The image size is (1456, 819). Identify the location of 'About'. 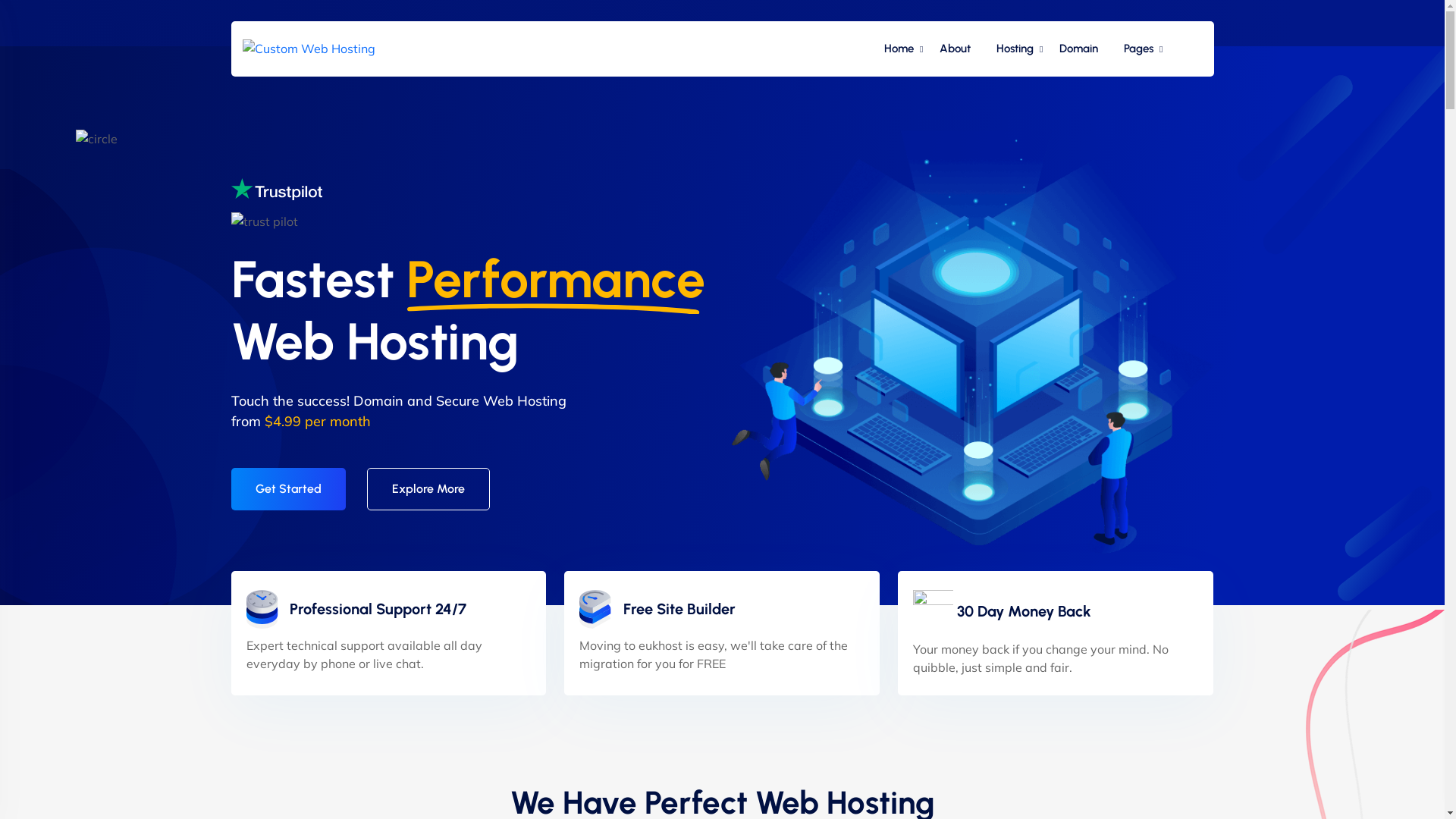
(954, 48).